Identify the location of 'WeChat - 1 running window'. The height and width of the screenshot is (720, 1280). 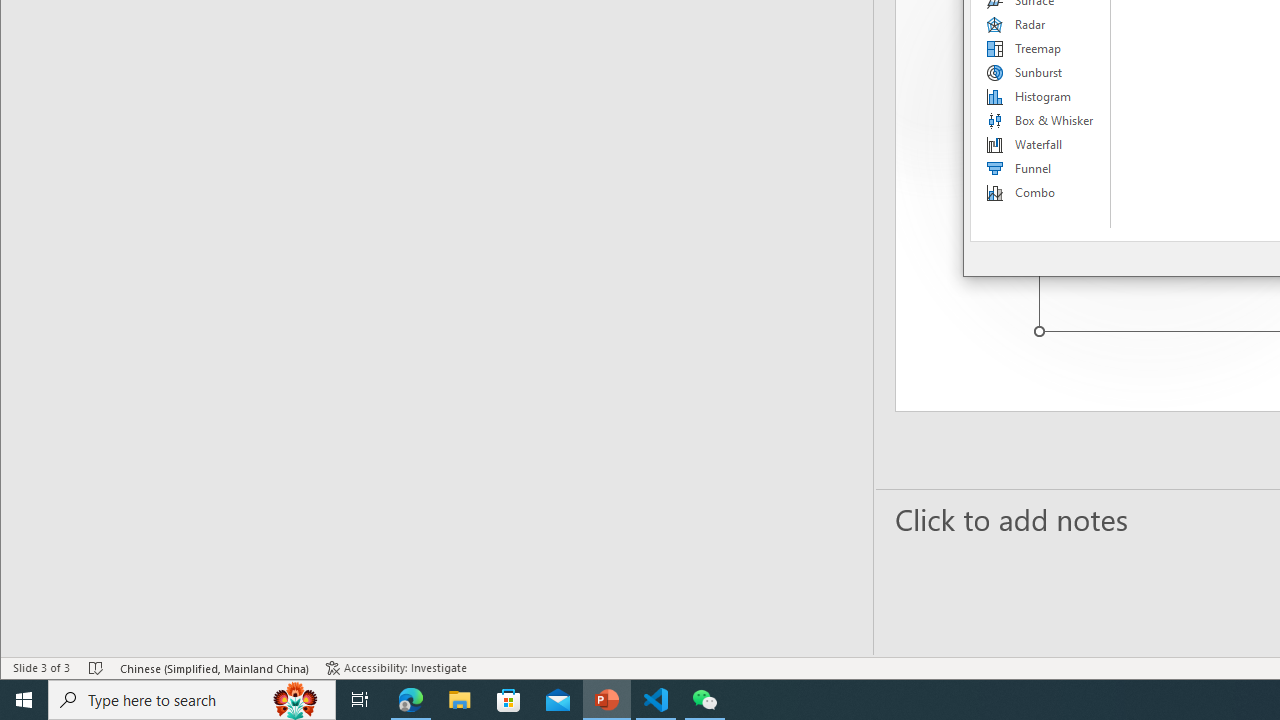
(705, 698).